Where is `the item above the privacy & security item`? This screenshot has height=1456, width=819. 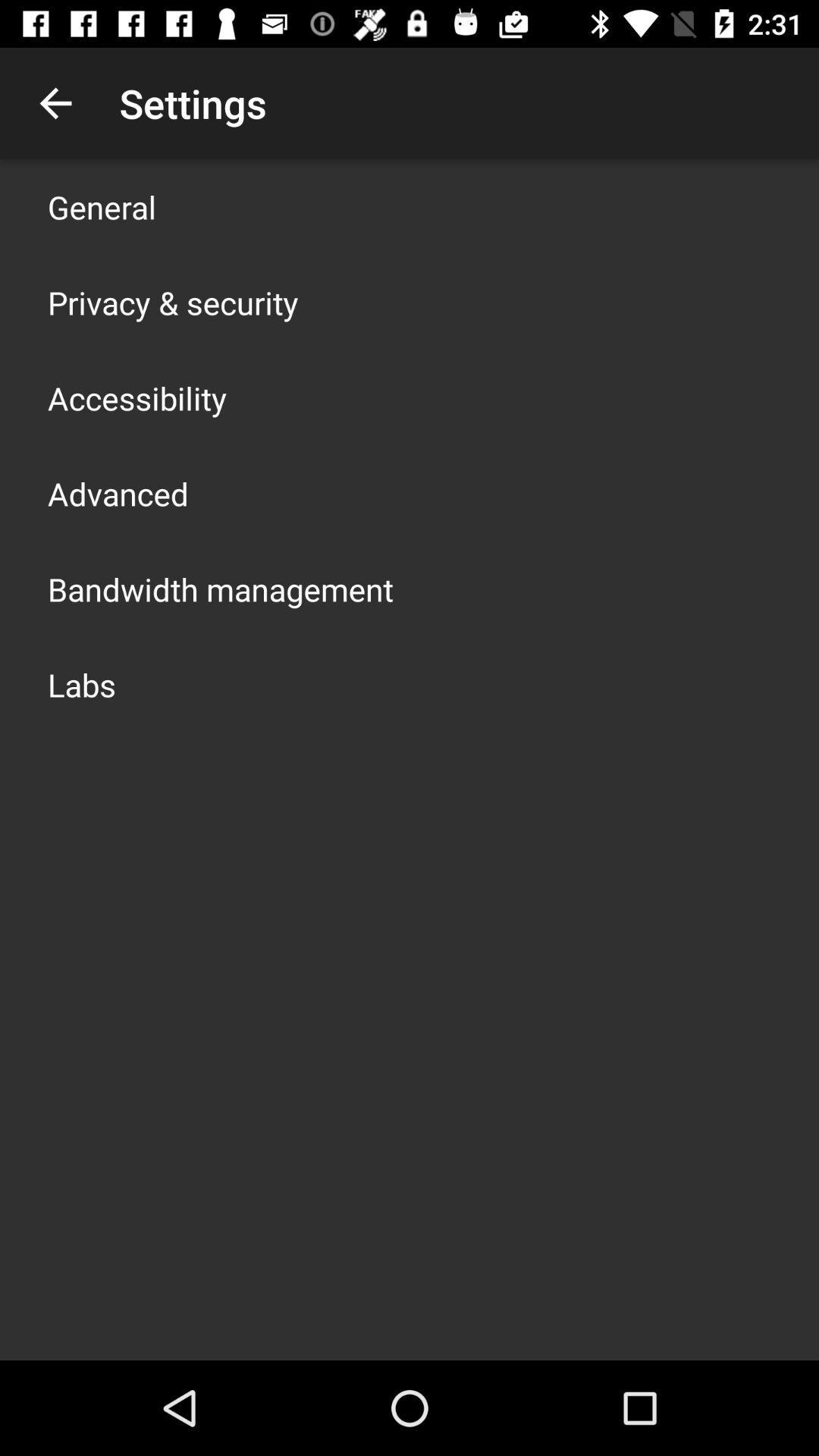
the item above the privacy & security item is located at coordinates (102, 206).